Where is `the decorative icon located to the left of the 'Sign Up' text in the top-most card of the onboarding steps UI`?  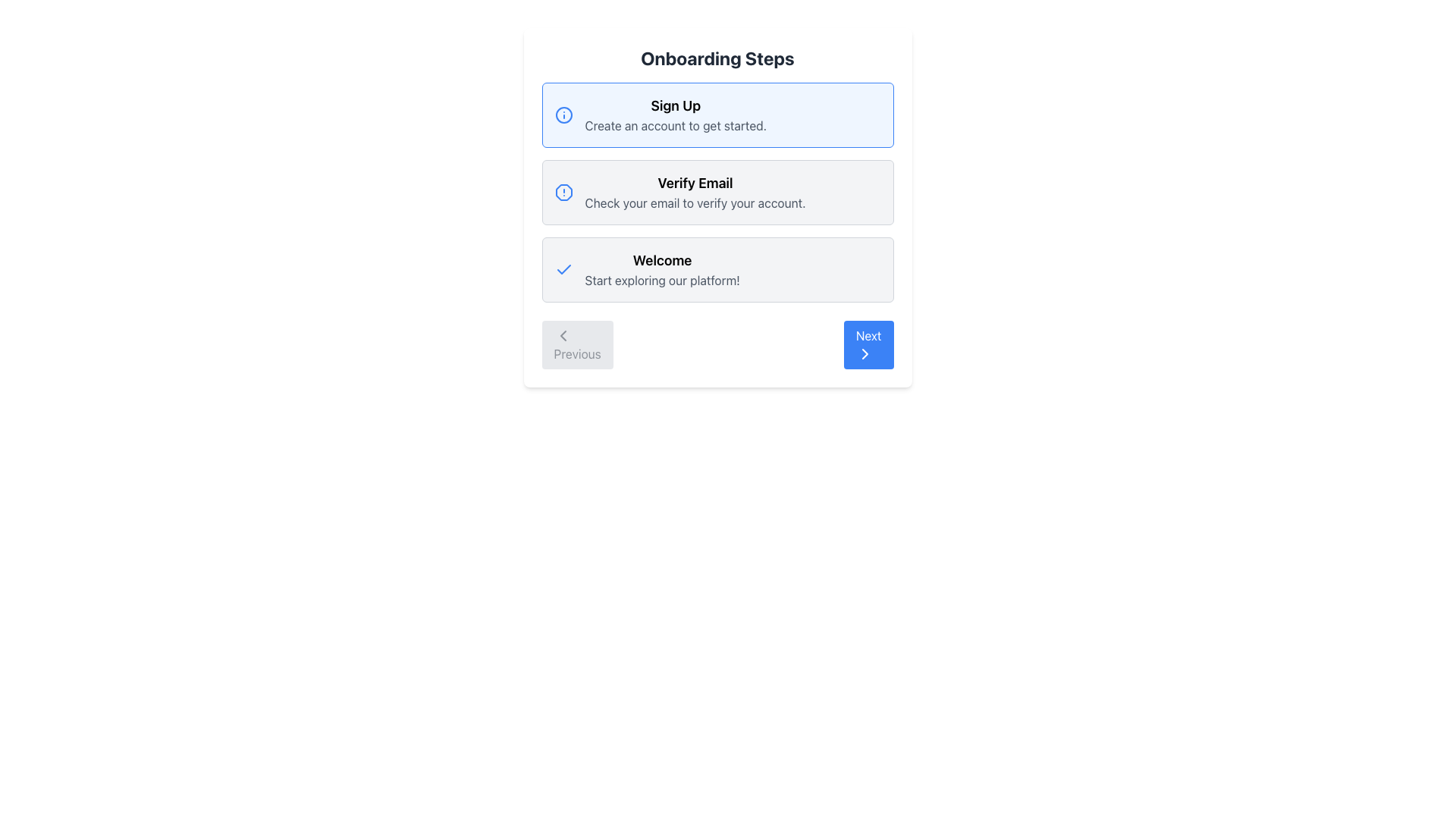
the decorative icon located to the left of the 'Sign Up' text in the top-most card of the onboarding steps UI is located at coordinates (563, 114).